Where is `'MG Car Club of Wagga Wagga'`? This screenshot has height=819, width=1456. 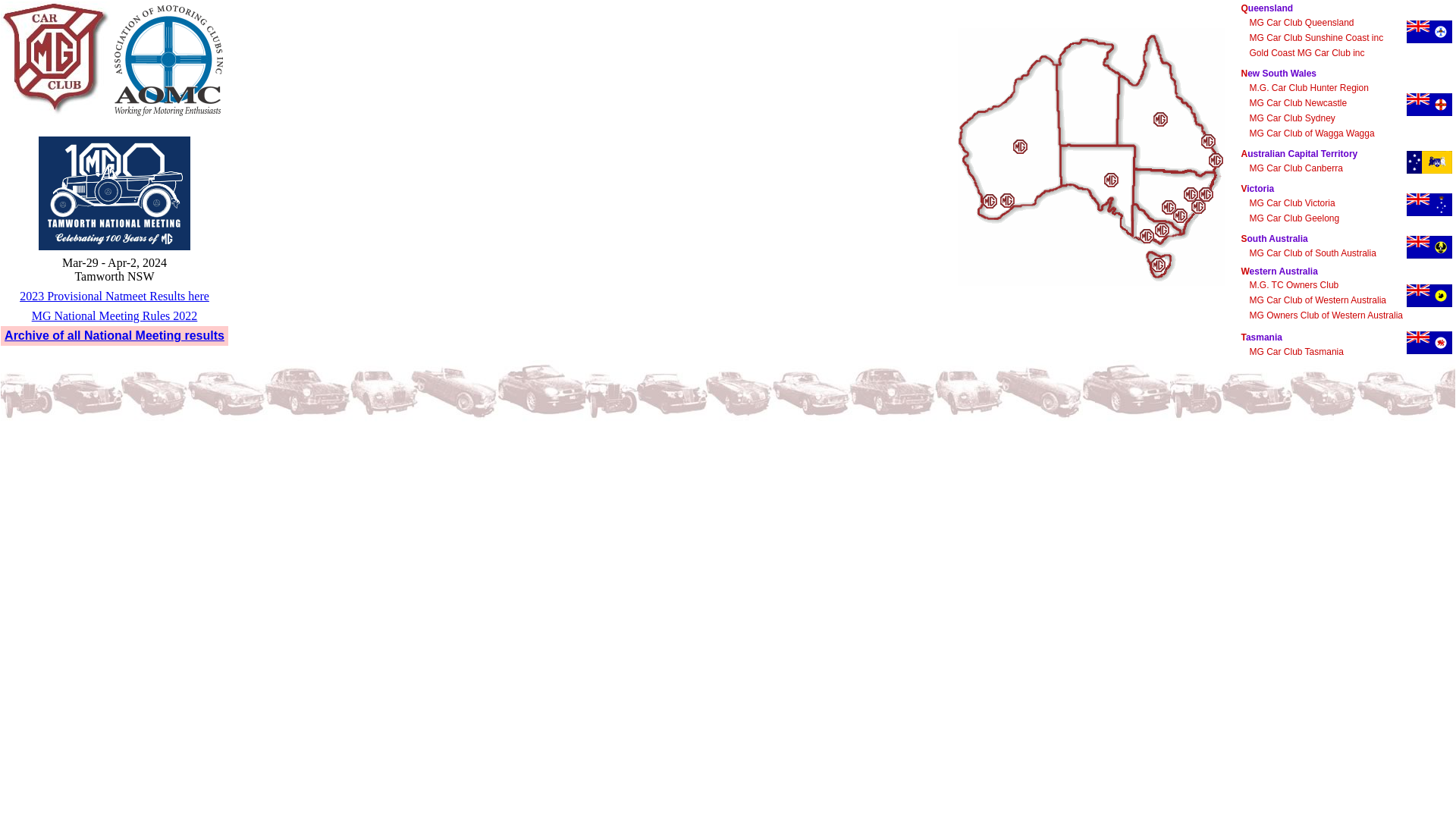
'MG Car Club of Wagga Wagga' is located at coordinates (1310, 133).